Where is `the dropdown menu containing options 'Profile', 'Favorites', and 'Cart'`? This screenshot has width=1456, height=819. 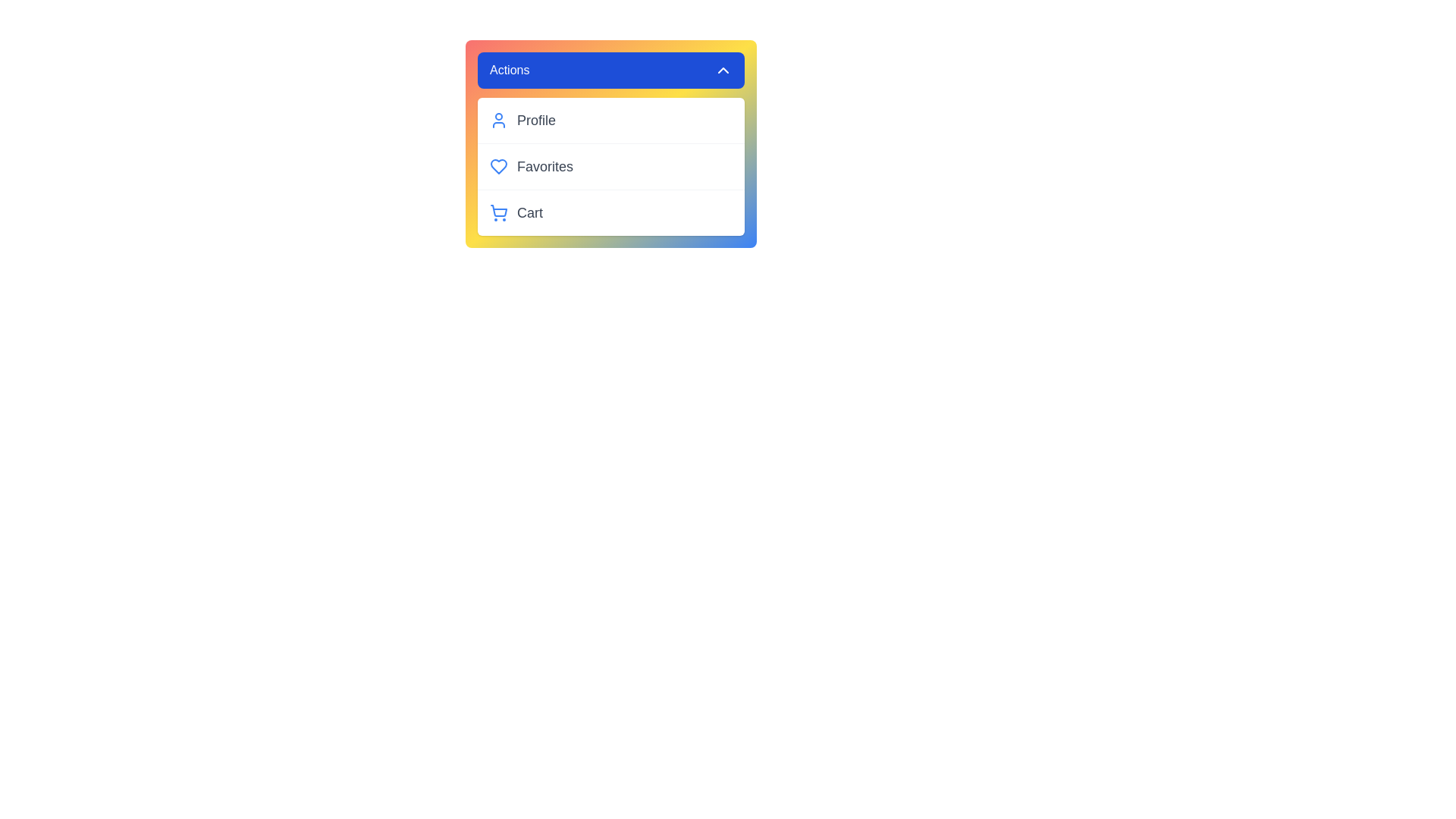 the dropdown menu containing options 'Profile', 'Favorites', and 'Cart' is located at coordinates (611, 166).